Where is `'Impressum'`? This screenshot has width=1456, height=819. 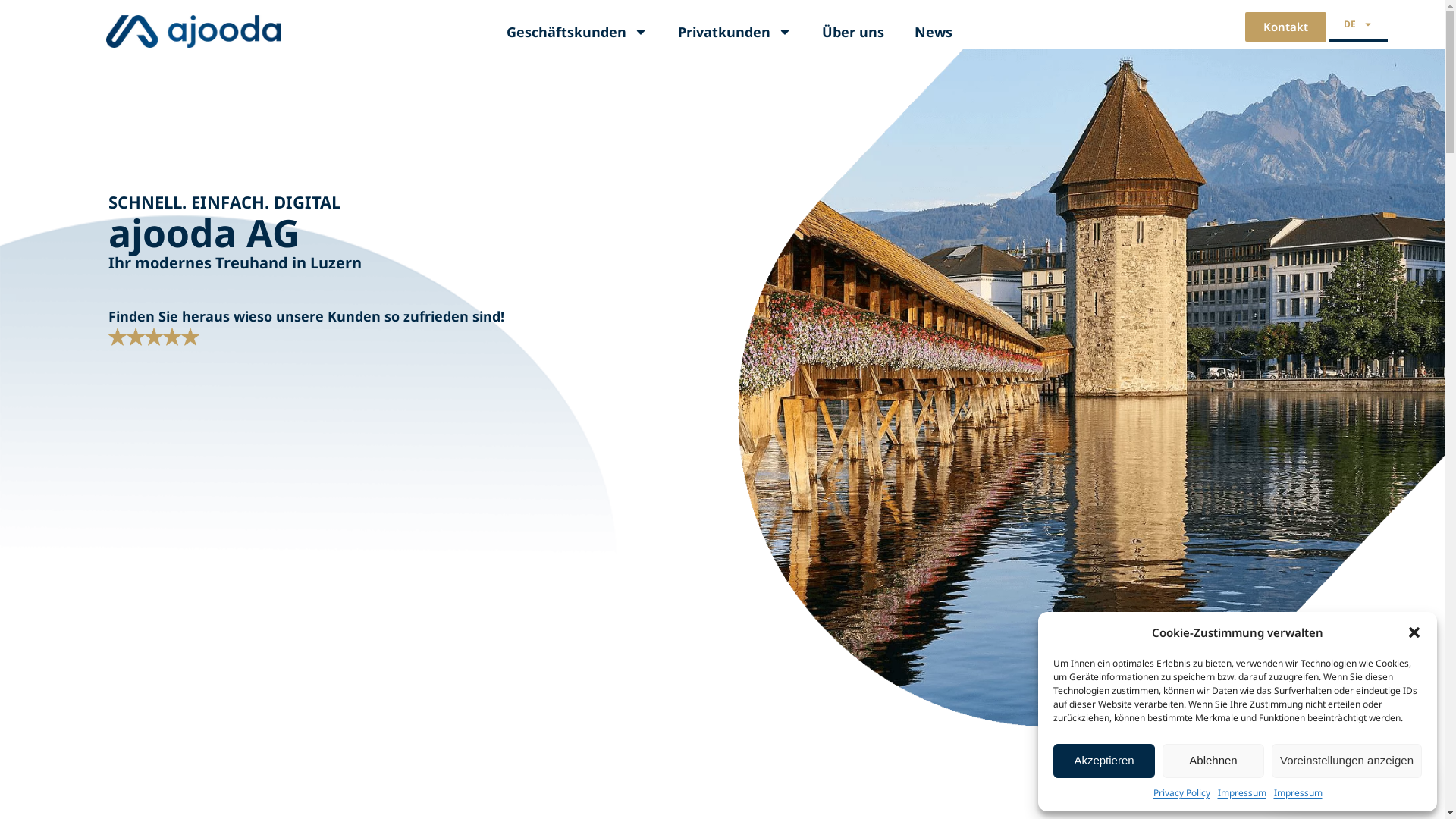 'Impressum' is located at coordinates (1298, 792).